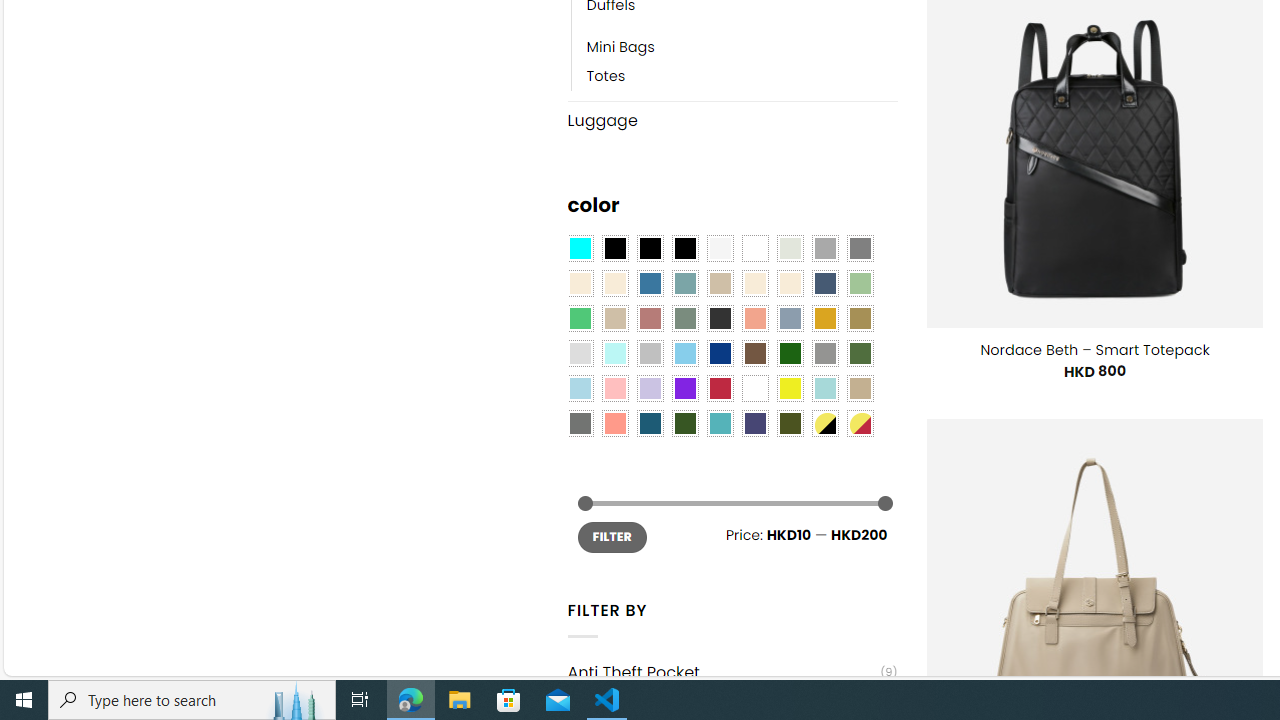 This screenshot has height=720, width=1280. Describe the element at coordinates (611, 536) in the screenshot. I see `'FILTER'` at that location.